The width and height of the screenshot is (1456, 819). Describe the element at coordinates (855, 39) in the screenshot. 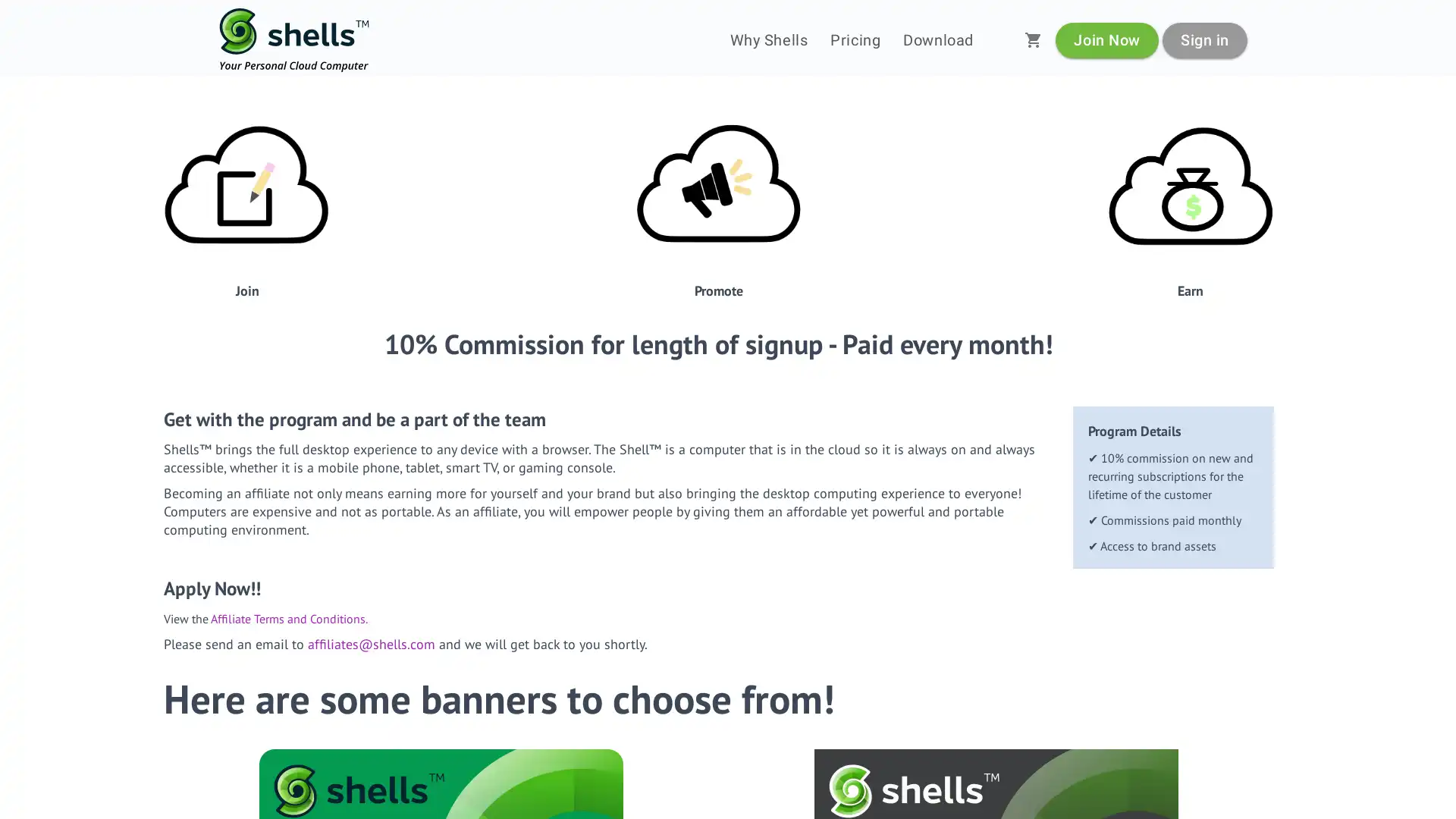

I see `Pricing` at that location.